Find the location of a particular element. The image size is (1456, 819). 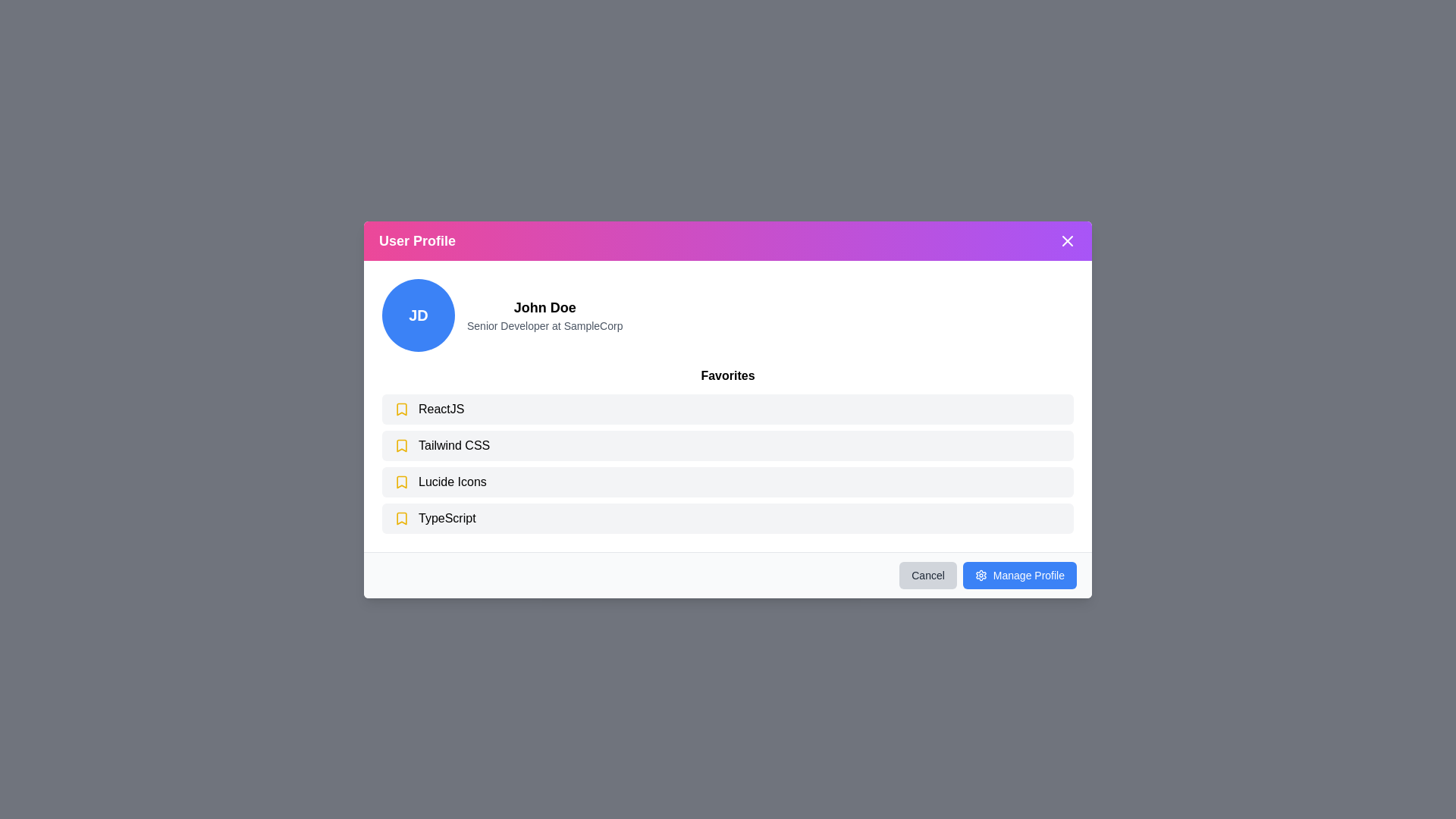

the visual state of the yellow bookmark icon located to the left of the text 'ReactJS' in the topmost row of a vertical list is located at coordinates (401, 408).